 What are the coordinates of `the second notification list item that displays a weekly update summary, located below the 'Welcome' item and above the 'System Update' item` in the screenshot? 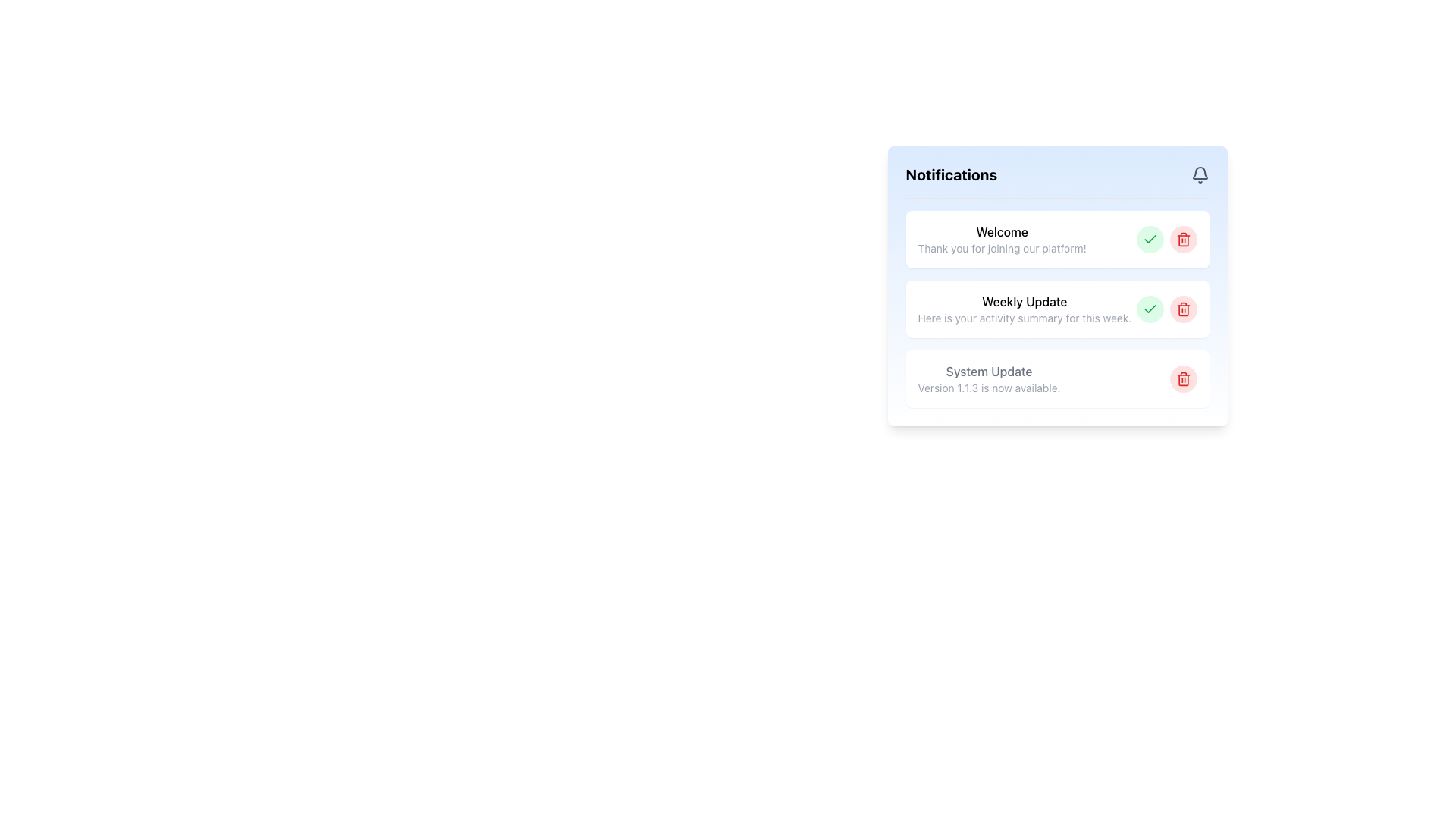 It's located at (1056, 286).